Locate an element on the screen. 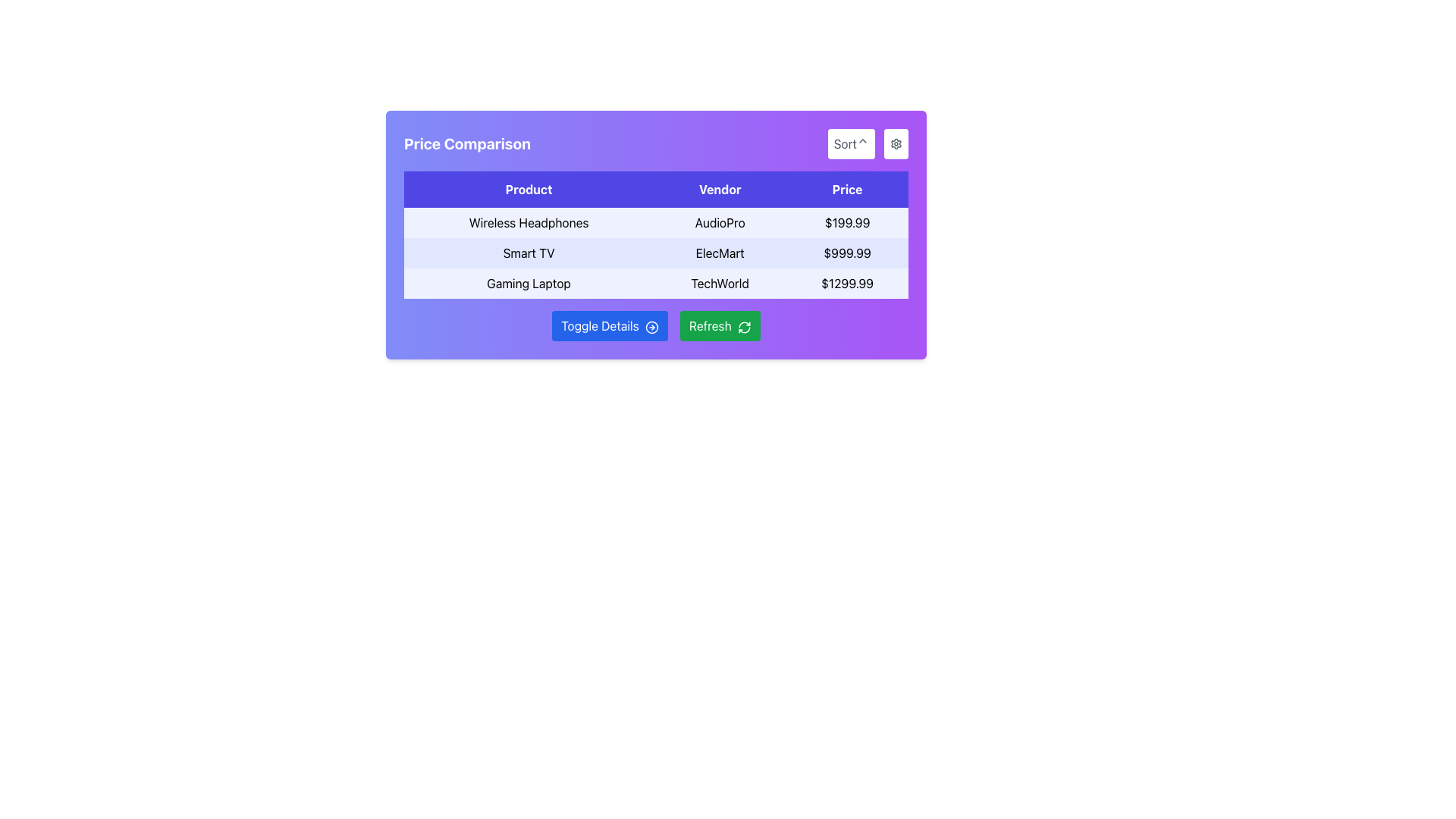 This screenshot has width=1456, height=819. the second table row that displays product information, located between the first and third rows in the table layout is located at coordinates (656, 253).